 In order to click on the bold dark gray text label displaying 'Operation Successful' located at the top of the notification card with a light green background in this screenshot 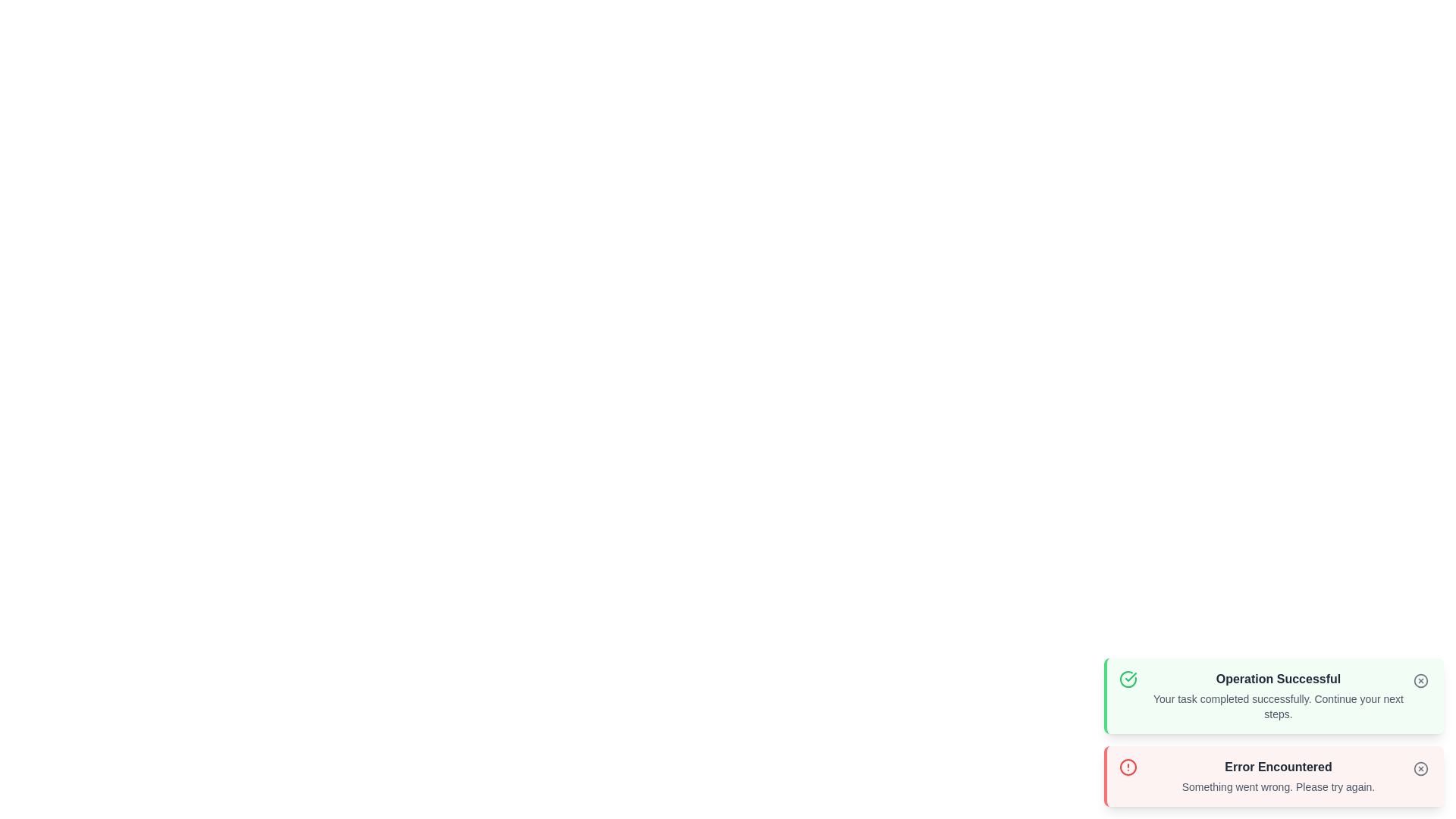, I will do `click(1277, 678)`.